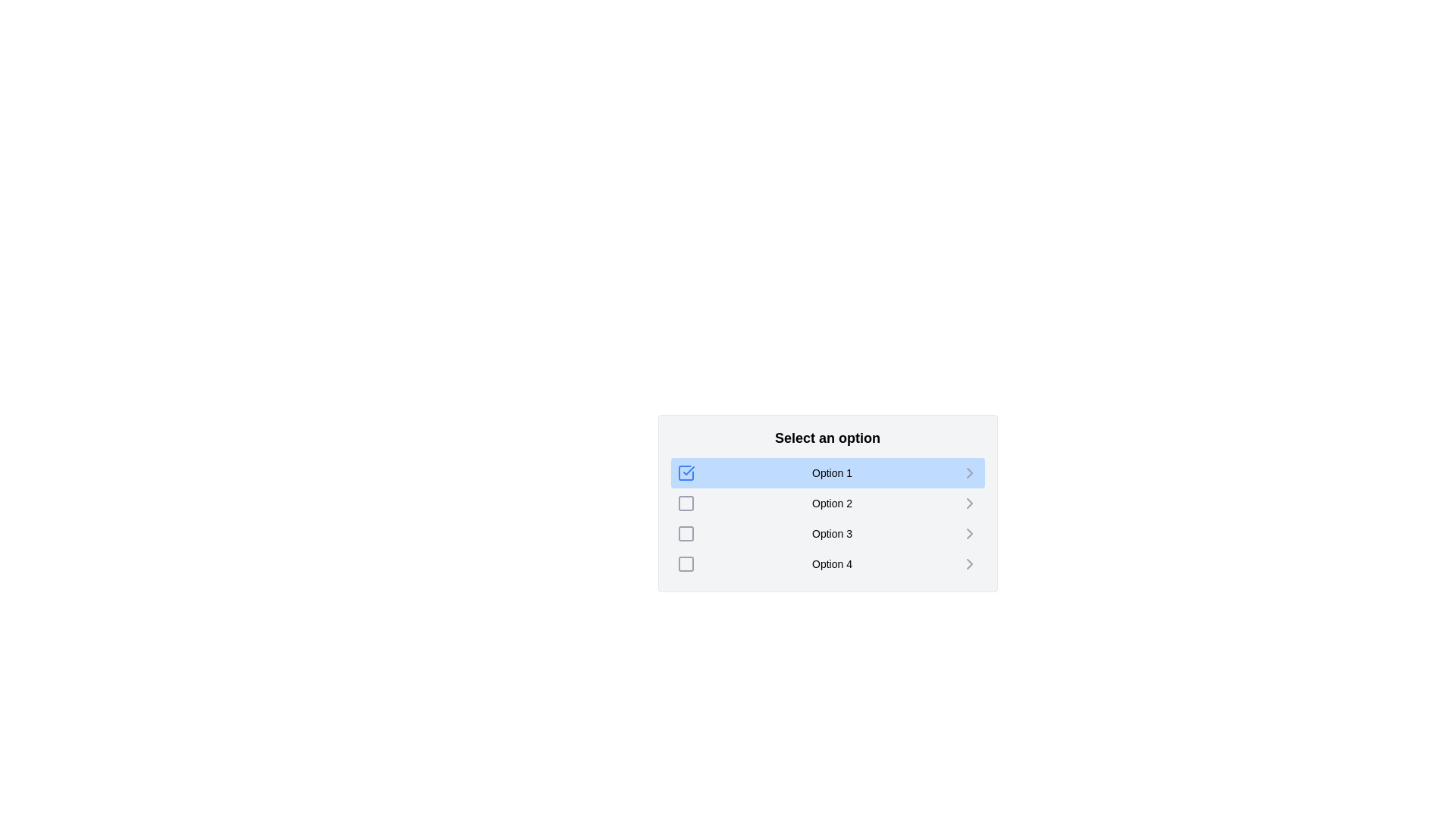  Describe the element at coordinates (827, 564) in the screenshot. I see `the selectable list item labeled 'Option 4'` at that location.